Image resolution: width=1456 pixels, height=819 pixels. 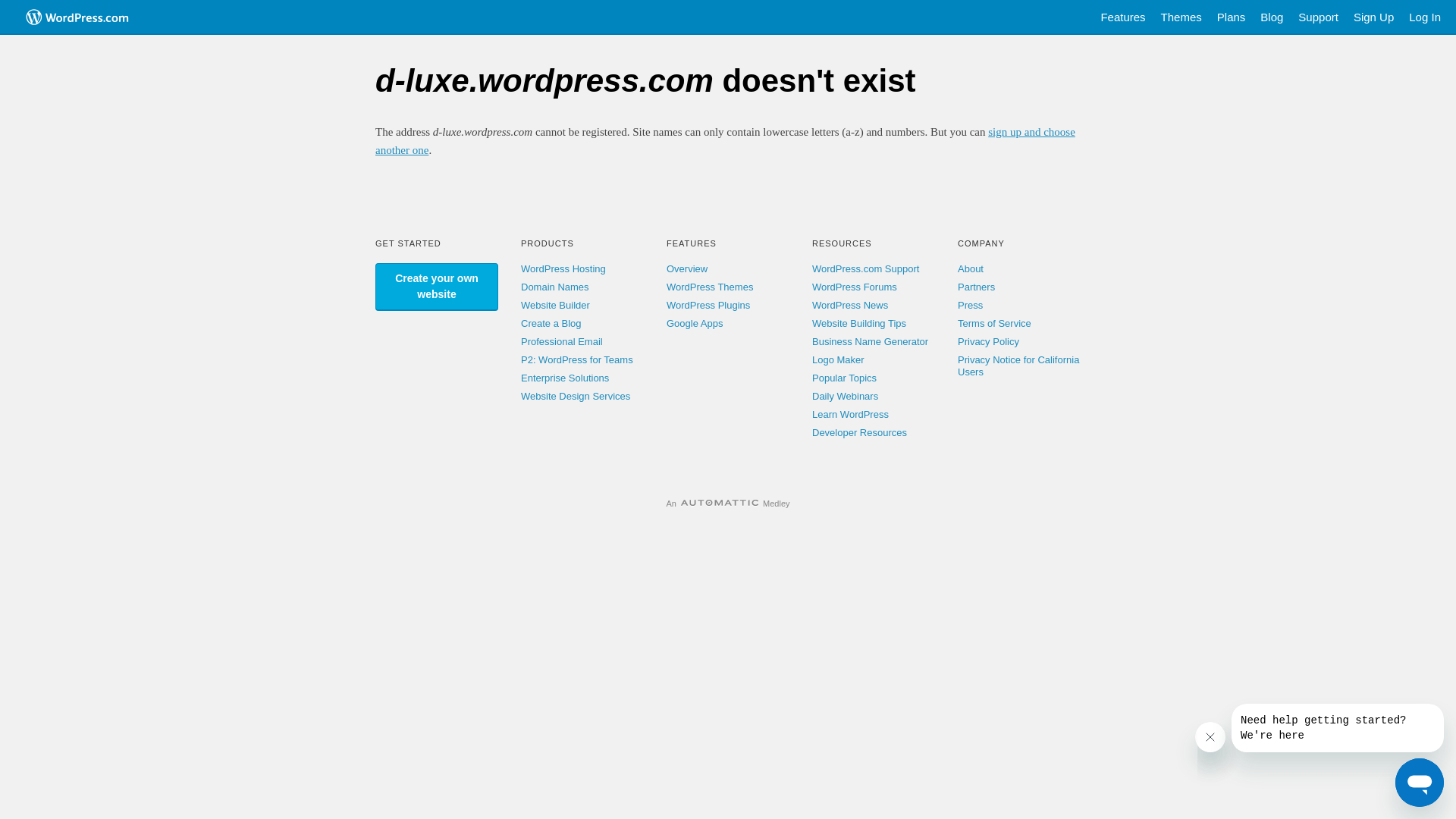 What do you see at coordinates (1194, 736) in the screenshot?
I see `'Close message'` at bounding box center [1194, 736].